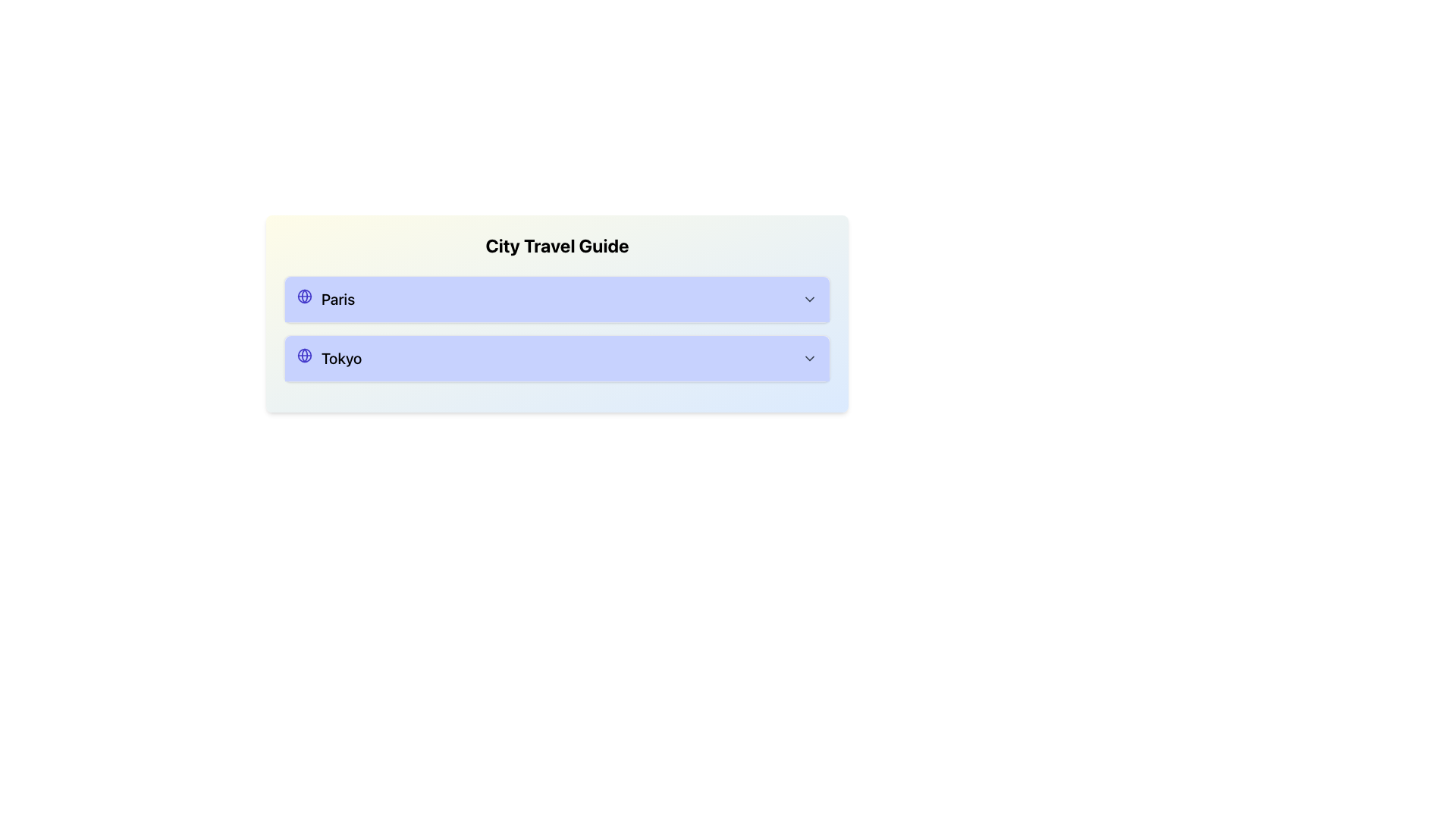 Image resolution: width=1456 pixels, height=819 pixels. What do you see at coordinates (304, 356) in the screenshot?
I see `the small circular indigo globe icon located to the left of the text 'Tokyo' in the second row under the header 'City Travel Guide'` at bounding box center [304, 356].